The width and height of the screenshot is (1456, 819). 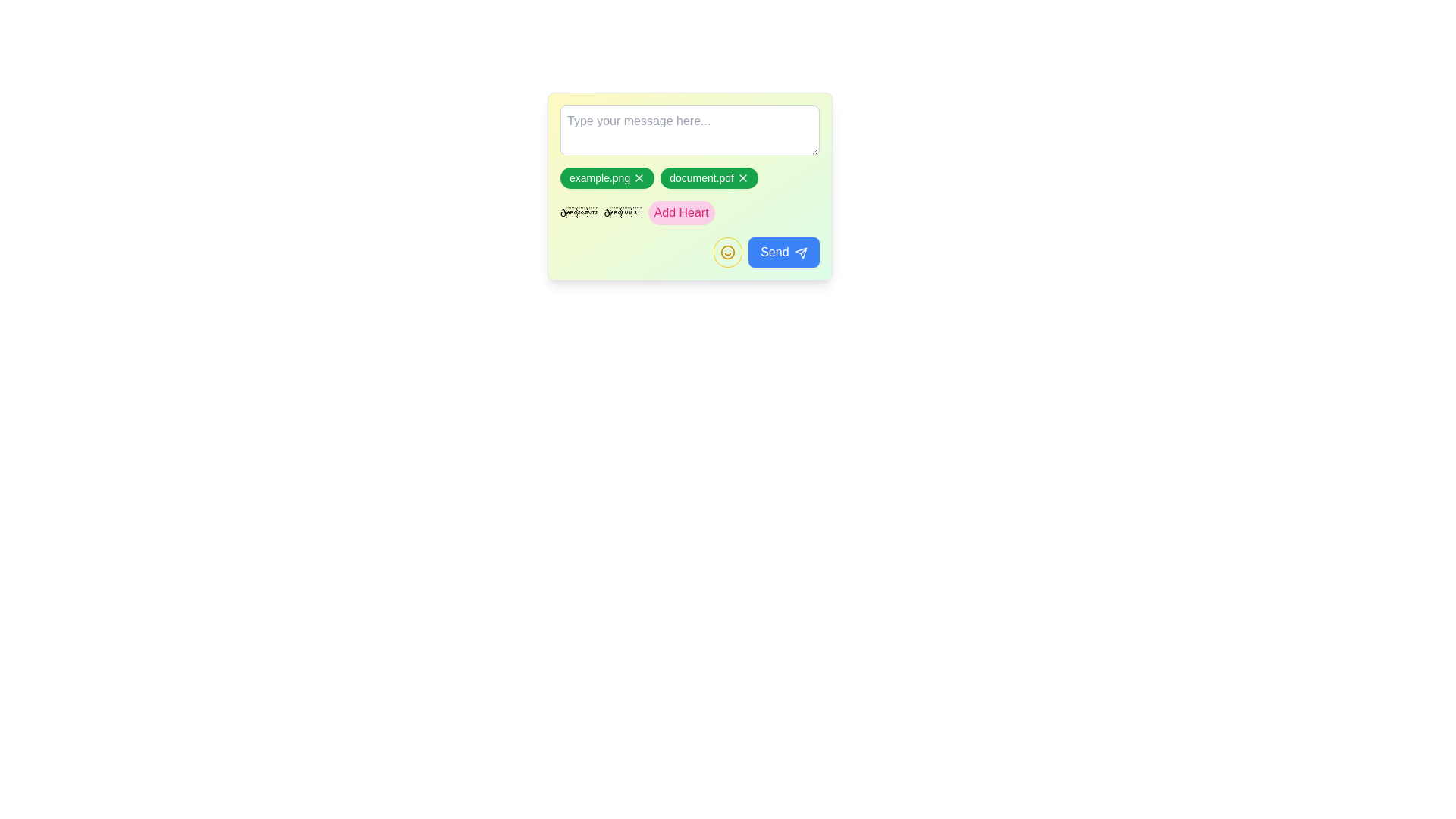 What do you see at coordinates (689, 177) in the screenshot?
I see `the close icon ('X') on the interactive file item list` at bounding box center [689, 177].